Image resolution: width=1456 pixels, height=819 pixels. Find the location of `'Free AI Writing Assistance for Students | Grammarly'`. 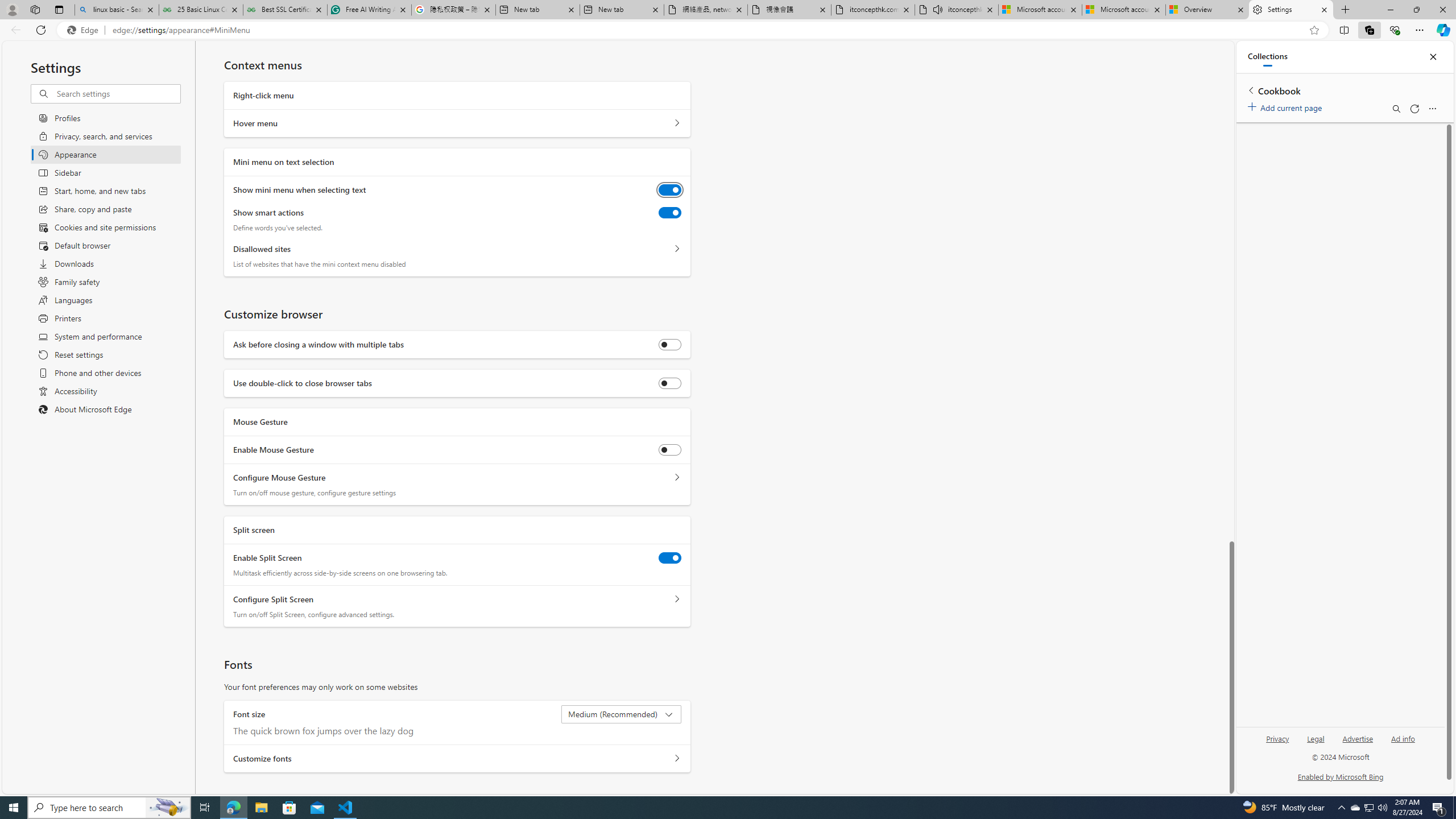

'Free AI Writing Assistance for Students | Grammarly' is located at coordinates (369, 9).